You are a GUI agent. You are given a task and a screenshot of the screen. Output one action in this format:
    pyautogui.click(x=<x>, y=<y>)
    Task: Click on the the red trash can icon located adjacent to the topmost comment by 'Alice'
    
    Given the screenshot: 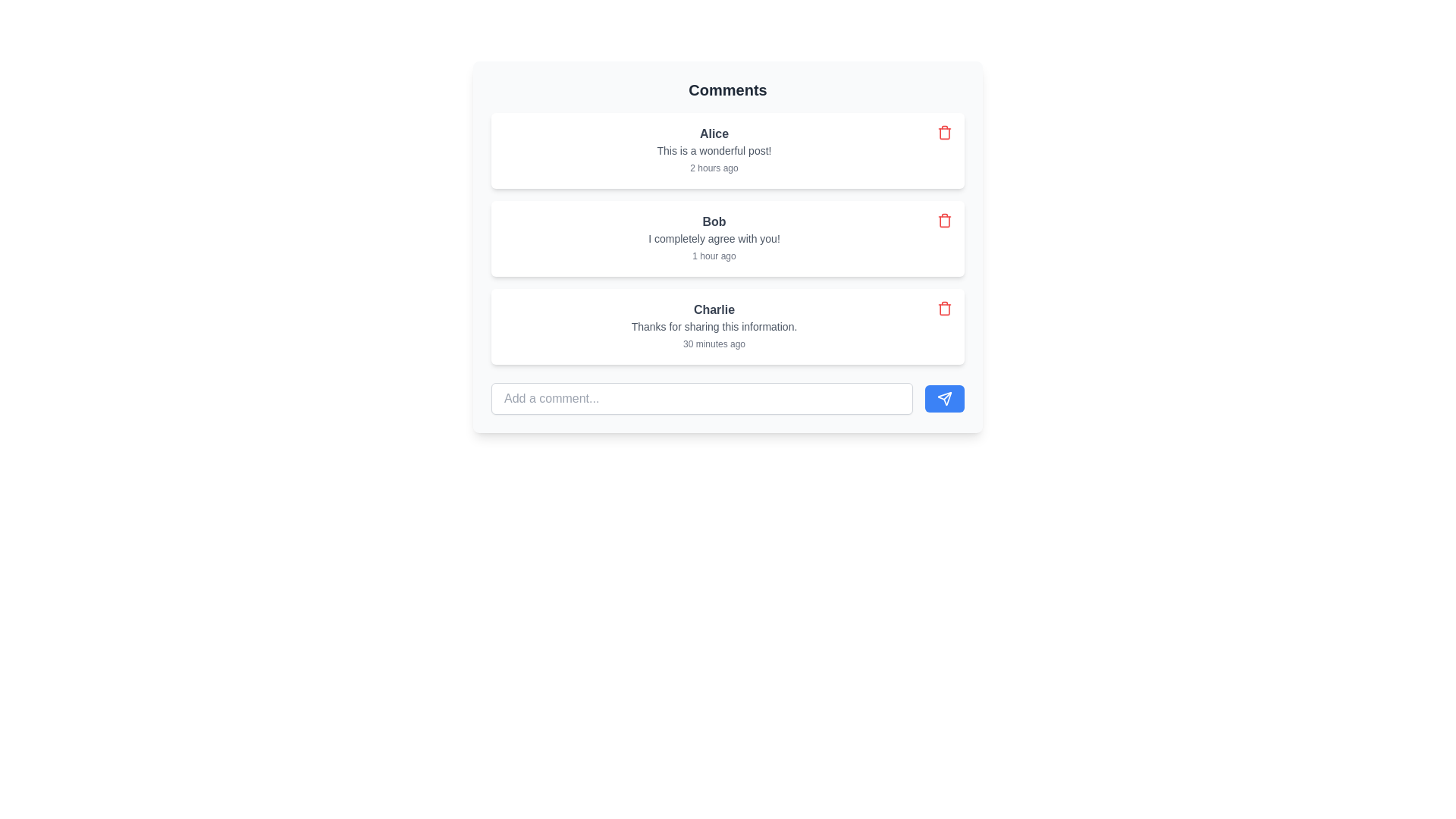 What is the action you would take?
    pyautogui.click(x=944, y=131)
    